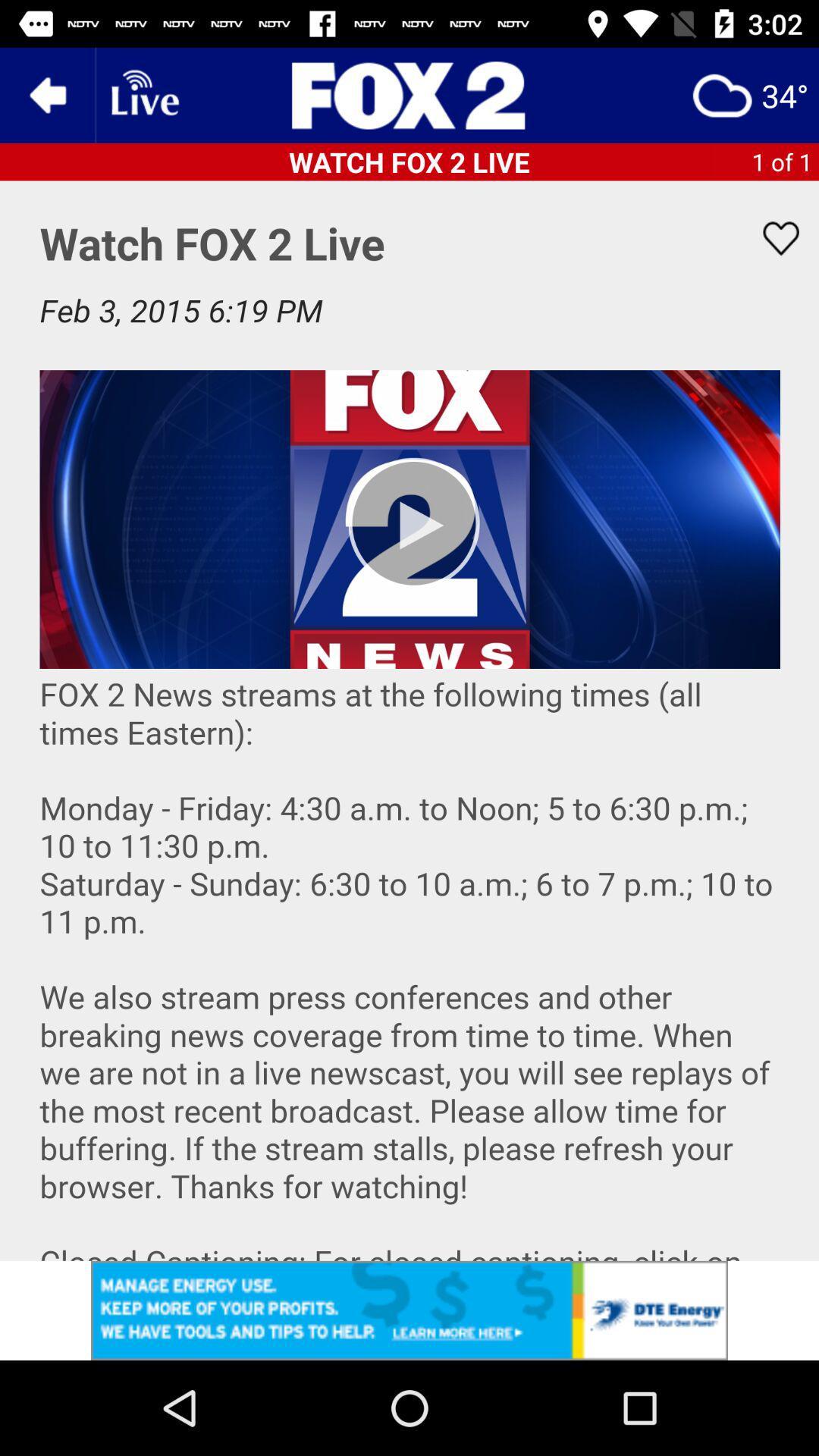 The image size is (819, 1456). Describe the element at coordinates (409, 1310) in the screenshot. I see `advertisement click` at that location.